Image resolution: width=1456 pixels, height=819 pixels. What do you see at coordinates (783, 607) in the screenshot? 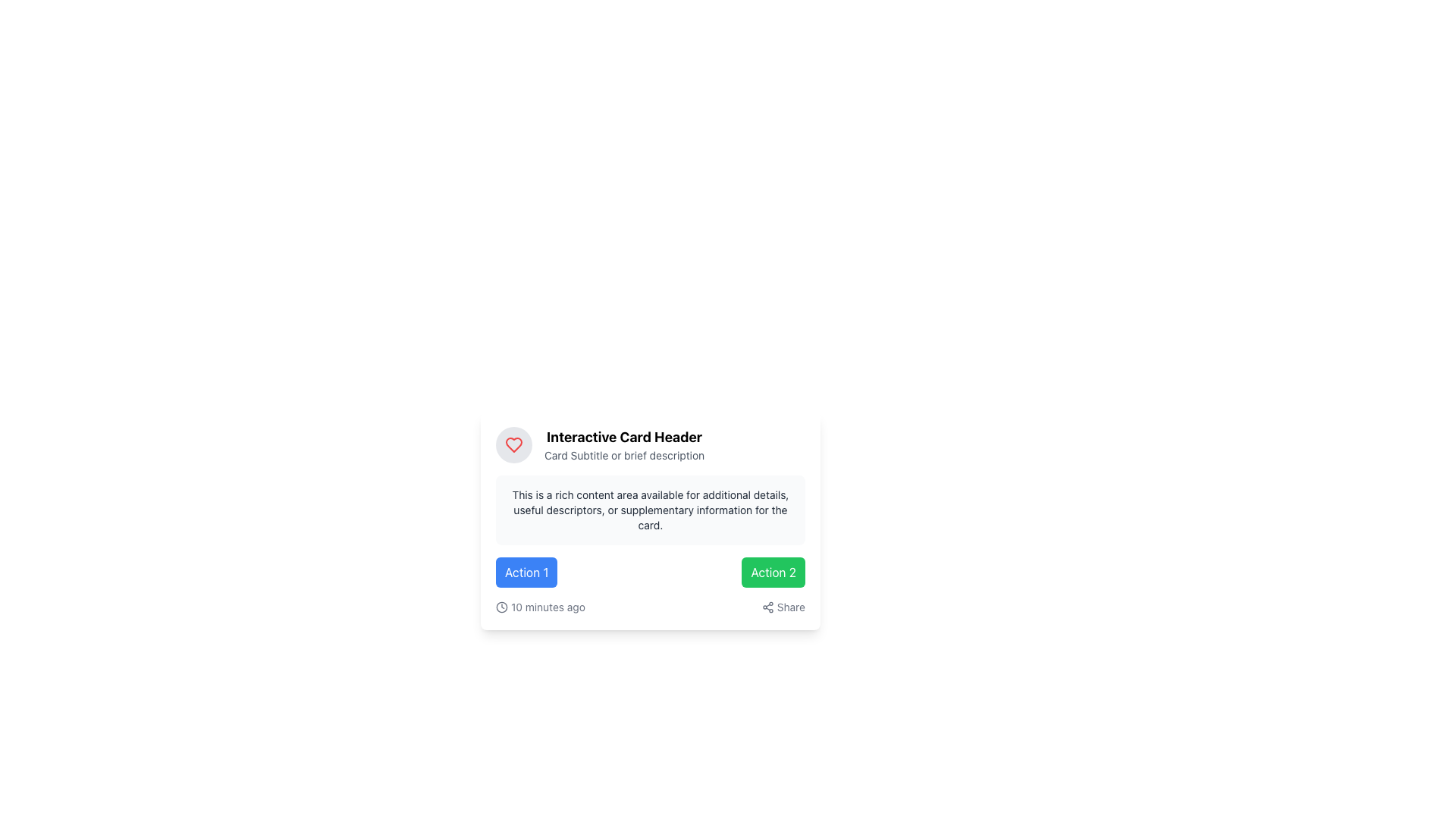
I see `the 'Share' button located at the bottom-right corner of the card layout, which features a network icon and the text 'Share'` at bounding box center [783, 607].